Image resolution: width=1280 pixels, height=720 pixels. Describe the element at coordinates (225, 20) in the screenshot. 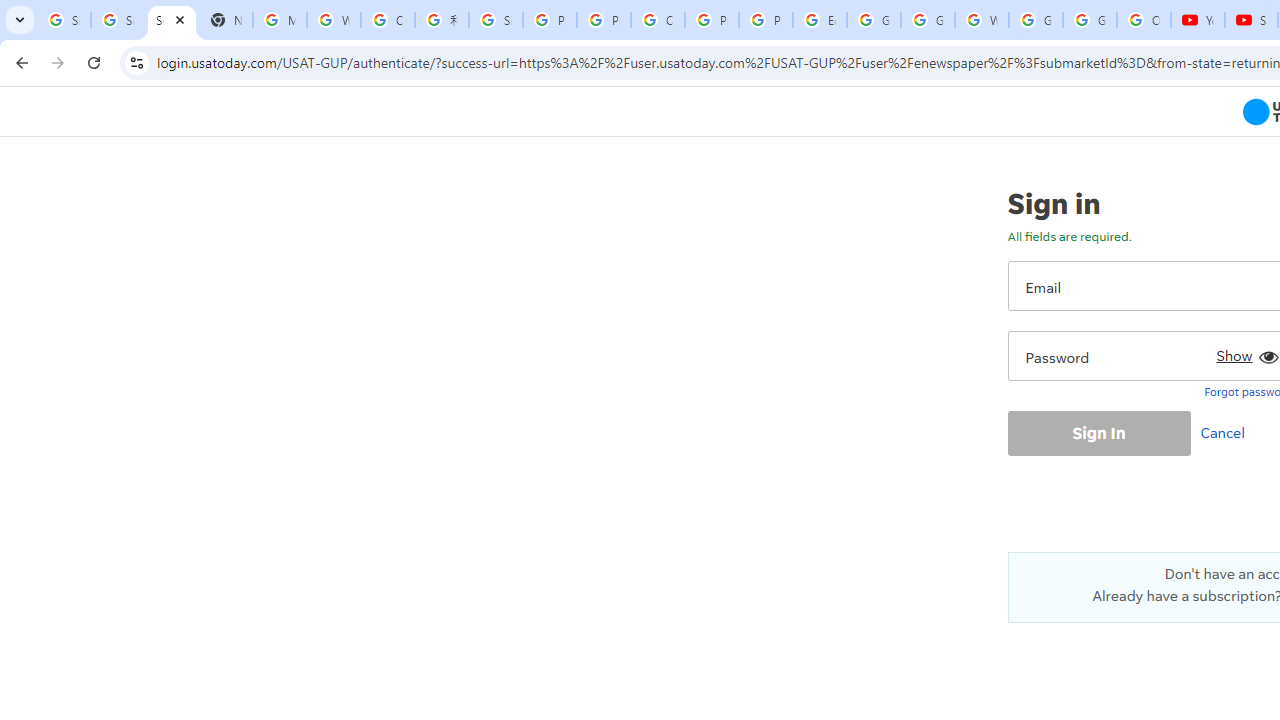

I see `'New Tab'` at that location.